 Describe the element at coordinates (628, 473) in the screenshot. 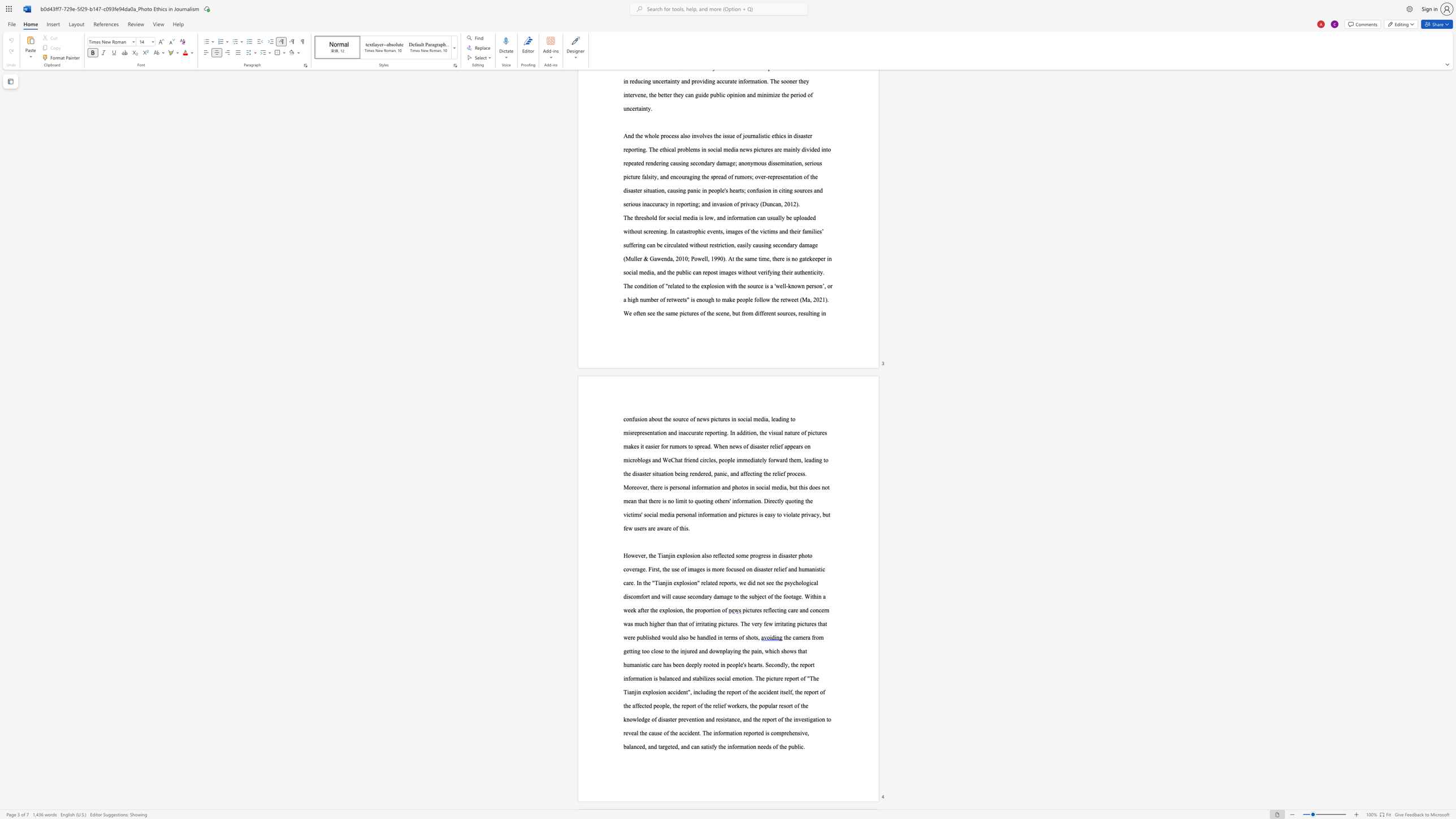

I see `the subset text "e d" within the text "them, leading to the disaster situation being"` at that location.